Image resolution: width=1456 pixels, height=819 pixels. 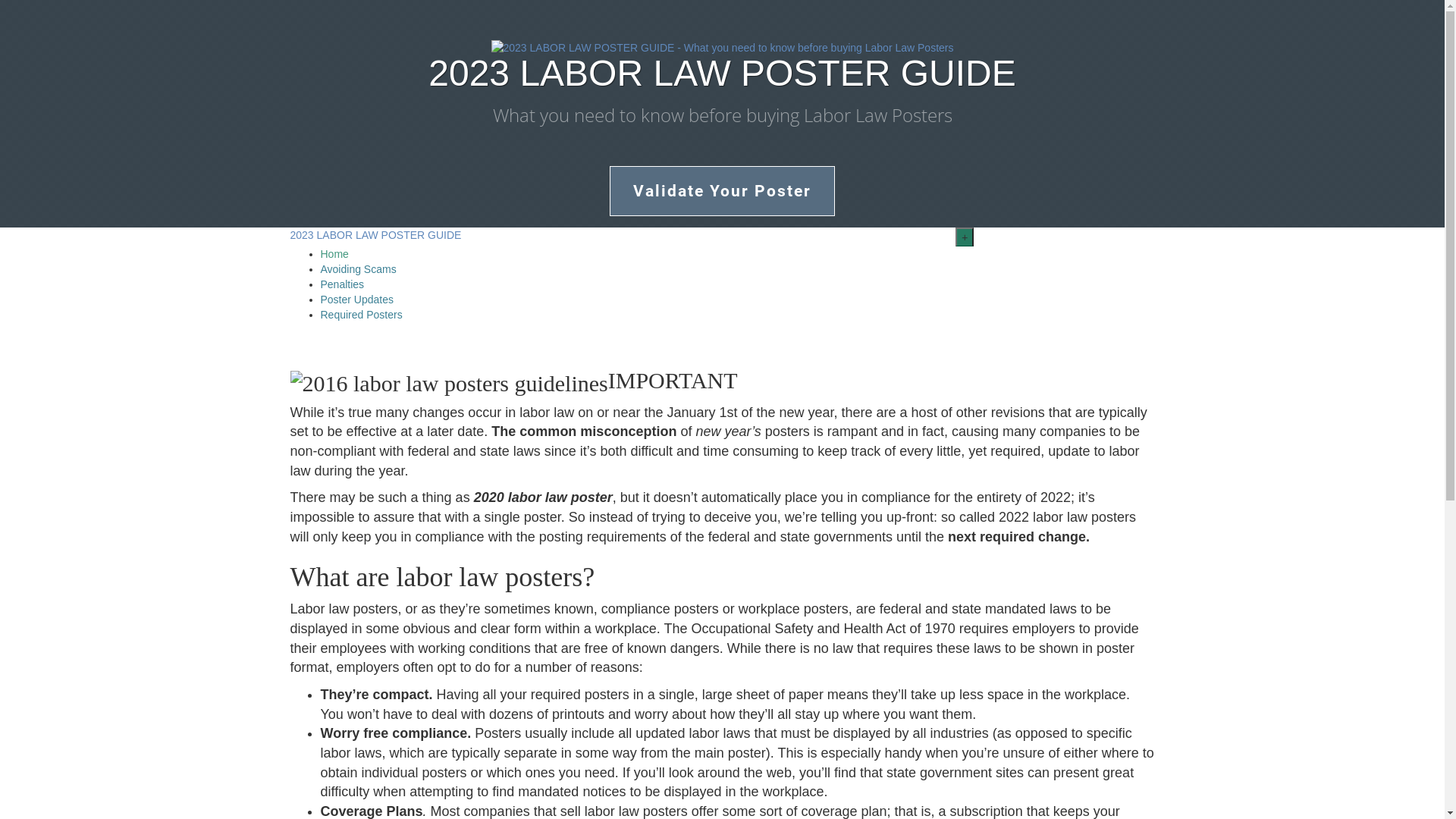 I want to click on '2023 LABOR LAW POSTER GUIDE', so click(x=720, y=73).